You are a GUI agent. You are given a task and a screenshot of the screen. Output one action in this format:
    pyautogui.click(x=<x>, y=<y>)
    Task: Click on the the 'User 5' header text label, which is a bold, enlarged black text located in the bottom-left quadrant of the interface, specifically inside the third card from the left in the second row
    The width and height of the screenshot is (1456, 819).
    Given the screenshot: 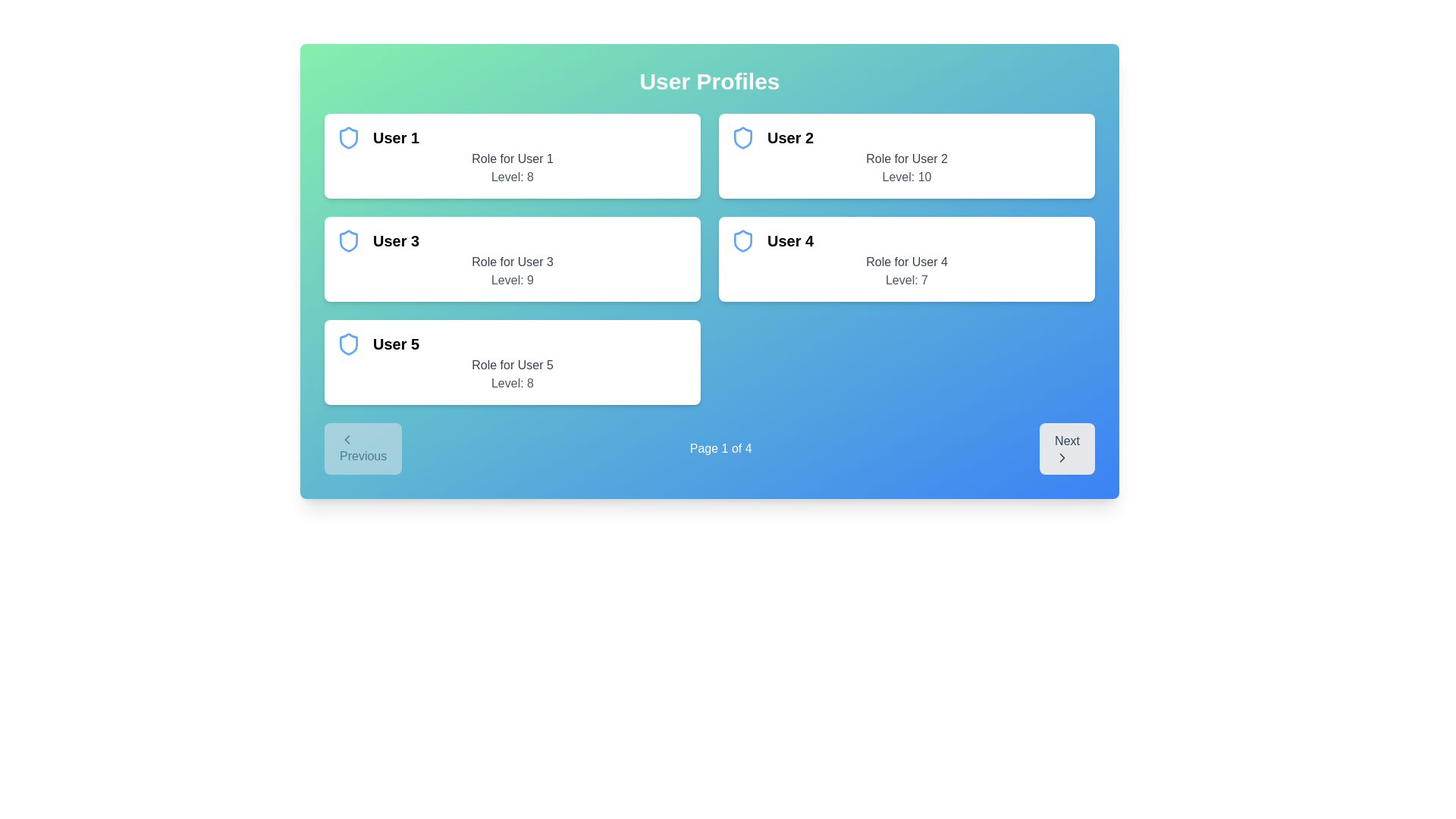 What is the action you would take?
    pyautogui.click(x=396, y=344)
    